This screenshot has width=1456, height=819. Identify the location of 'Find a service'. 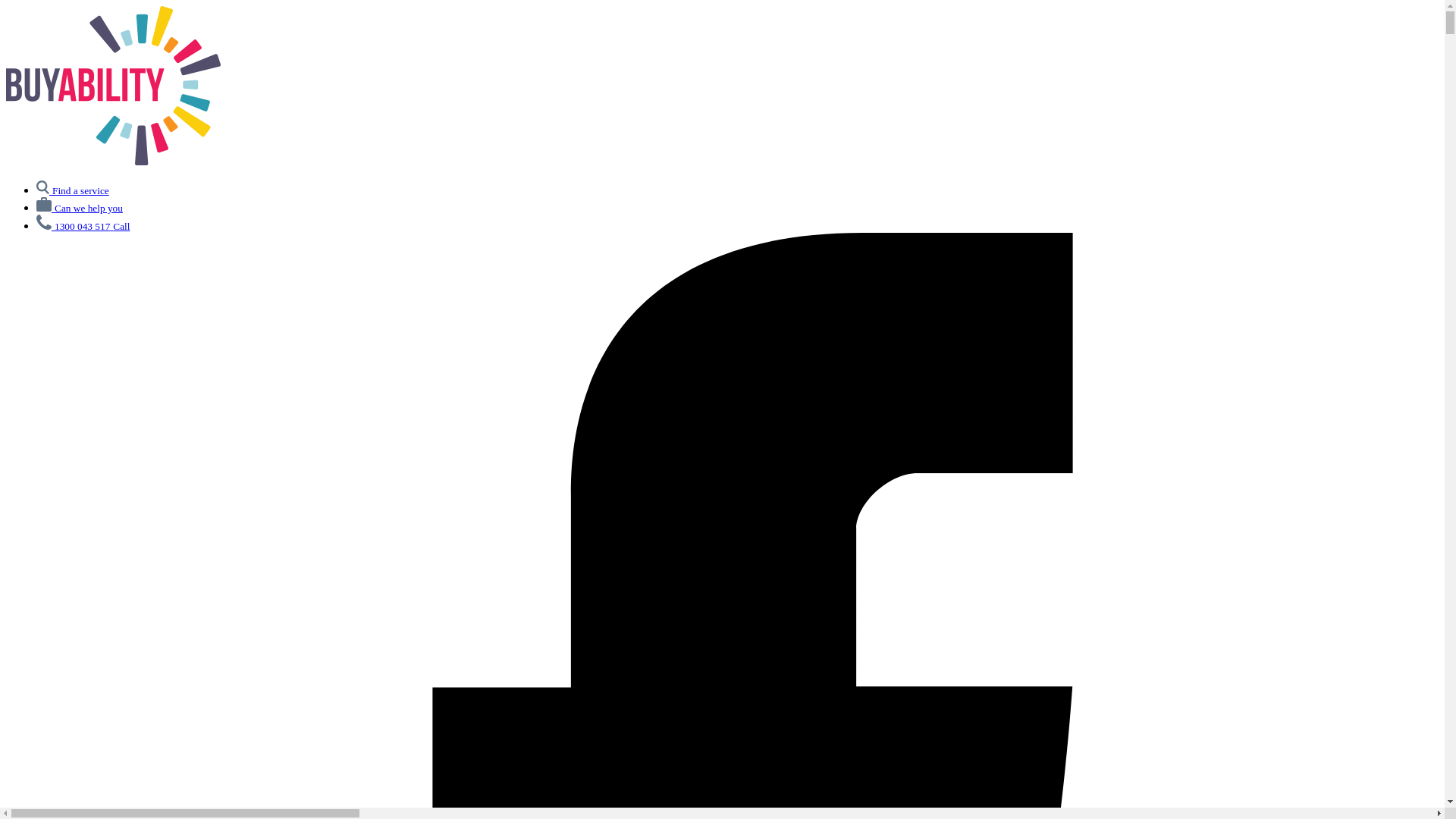
(72, 189).